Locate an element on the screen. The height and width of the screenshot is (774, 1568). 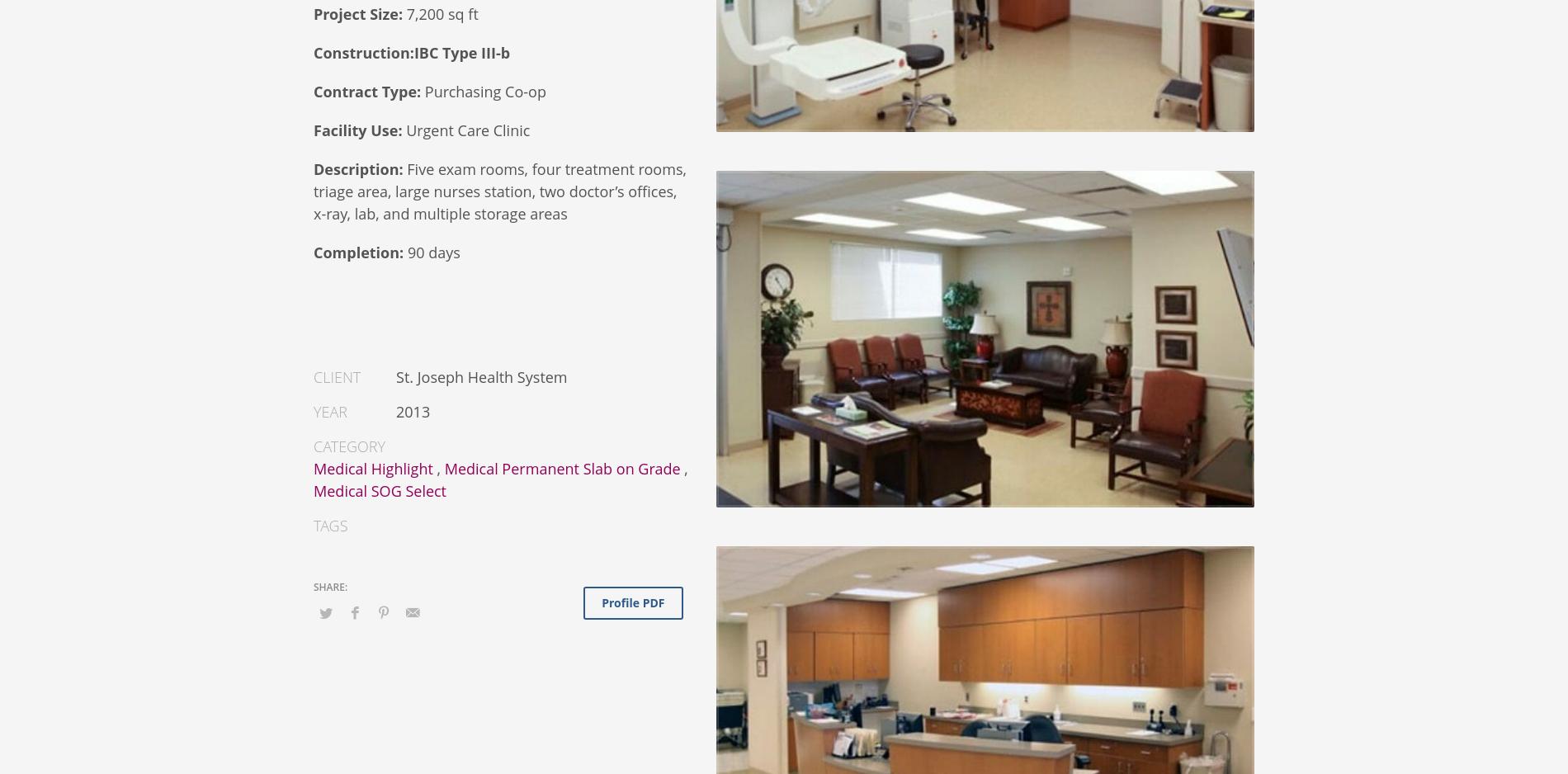
'Contract Type:' is located at coordinates (368, 90).